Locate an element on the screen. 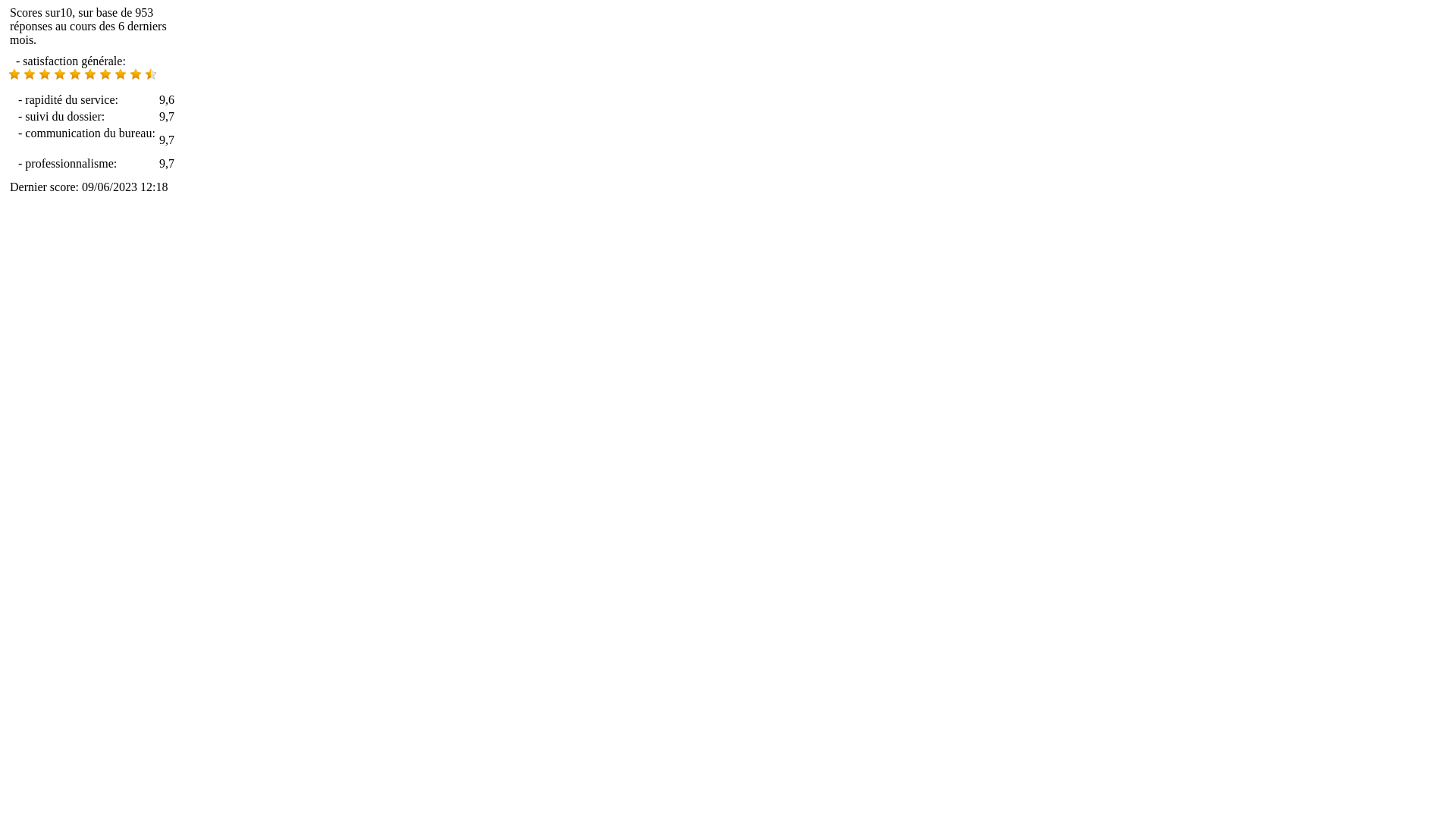 The image size is (1456, 819). '9.6715634837356' is located at coordinates (119, 74).